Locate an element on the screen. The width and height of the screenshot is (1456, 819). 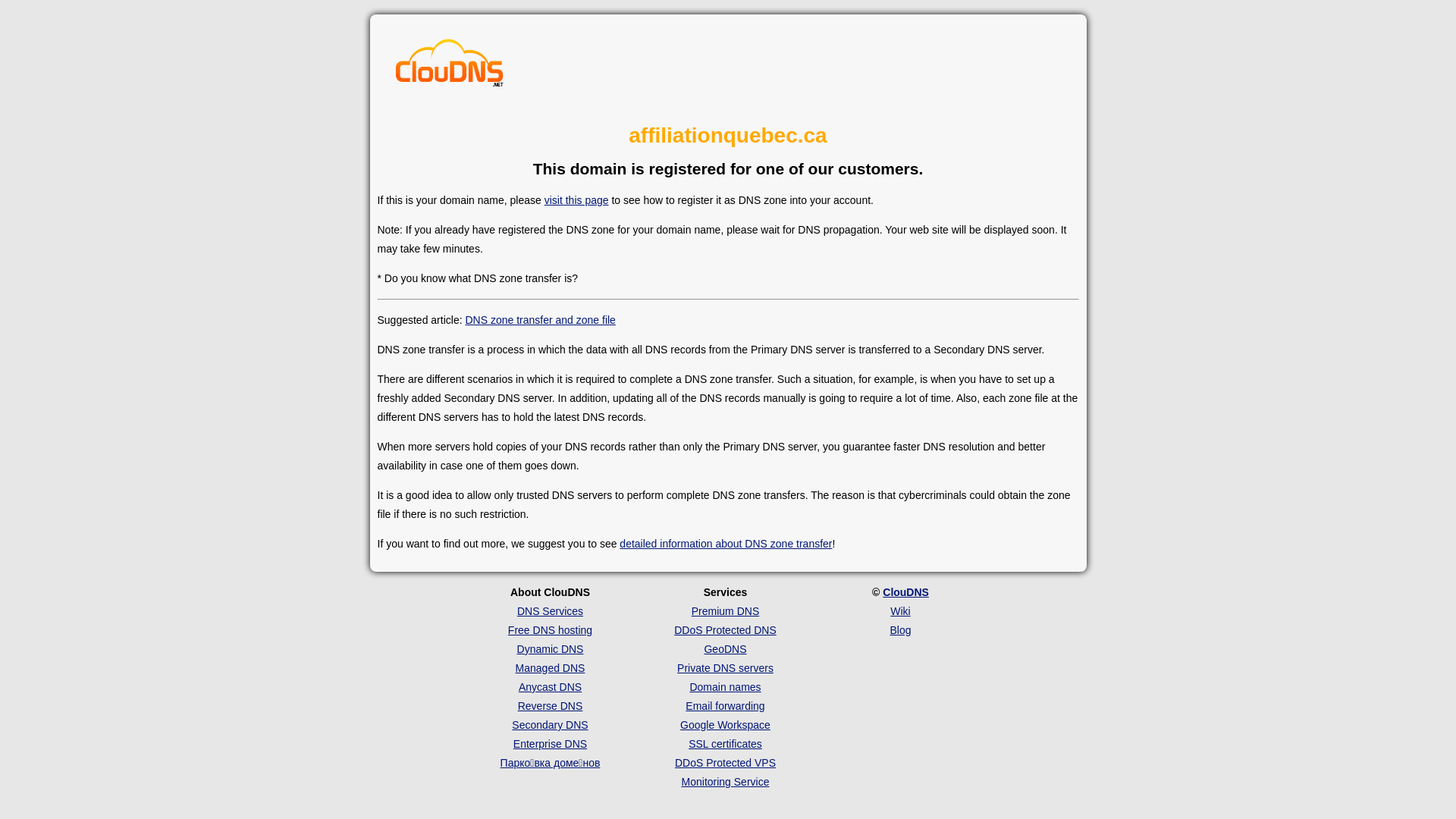
'Google Workspace' is located at coordinates (724, 724).